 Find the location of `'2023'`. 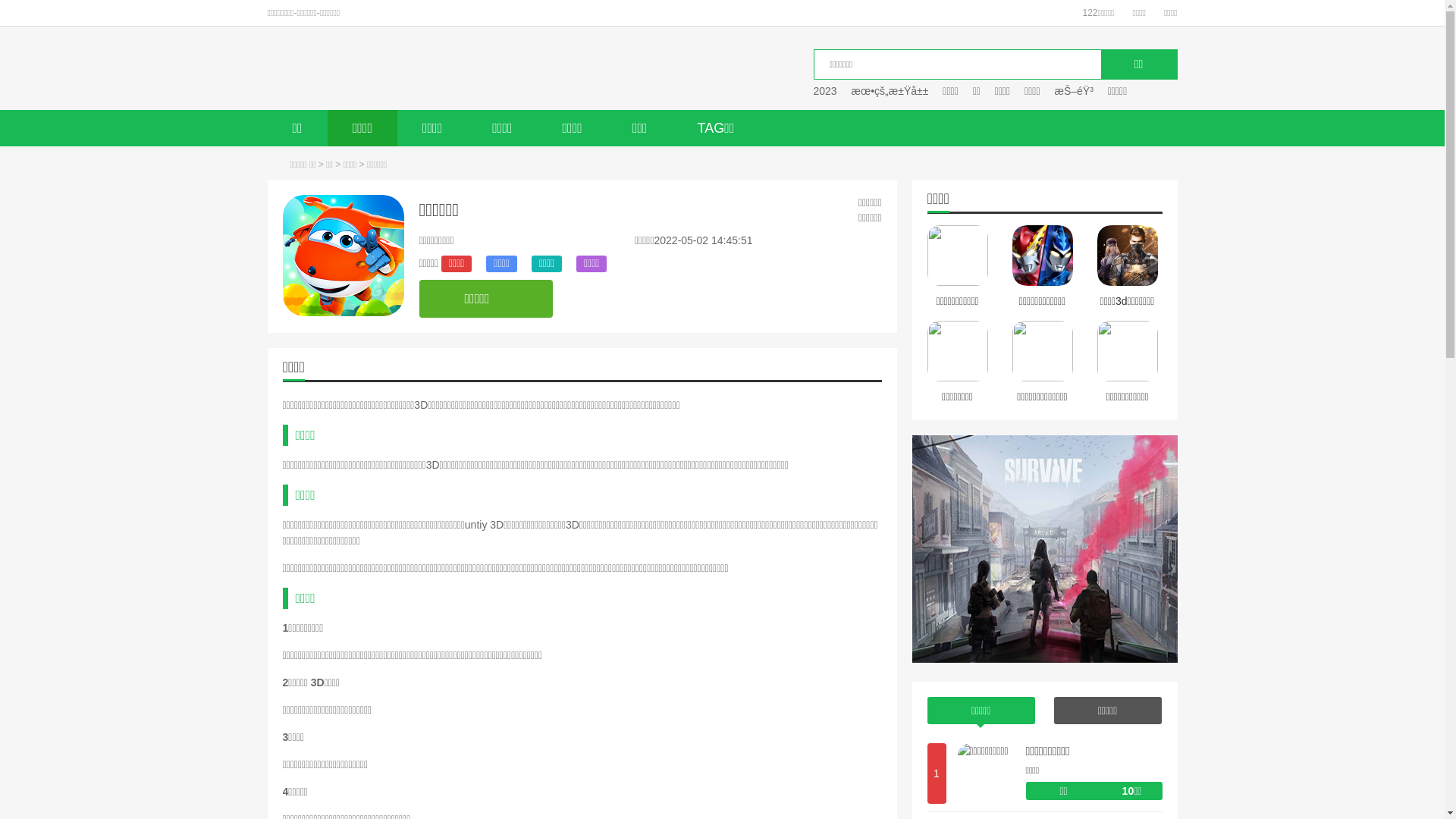

'2023' is located at coordinates (824, 90).